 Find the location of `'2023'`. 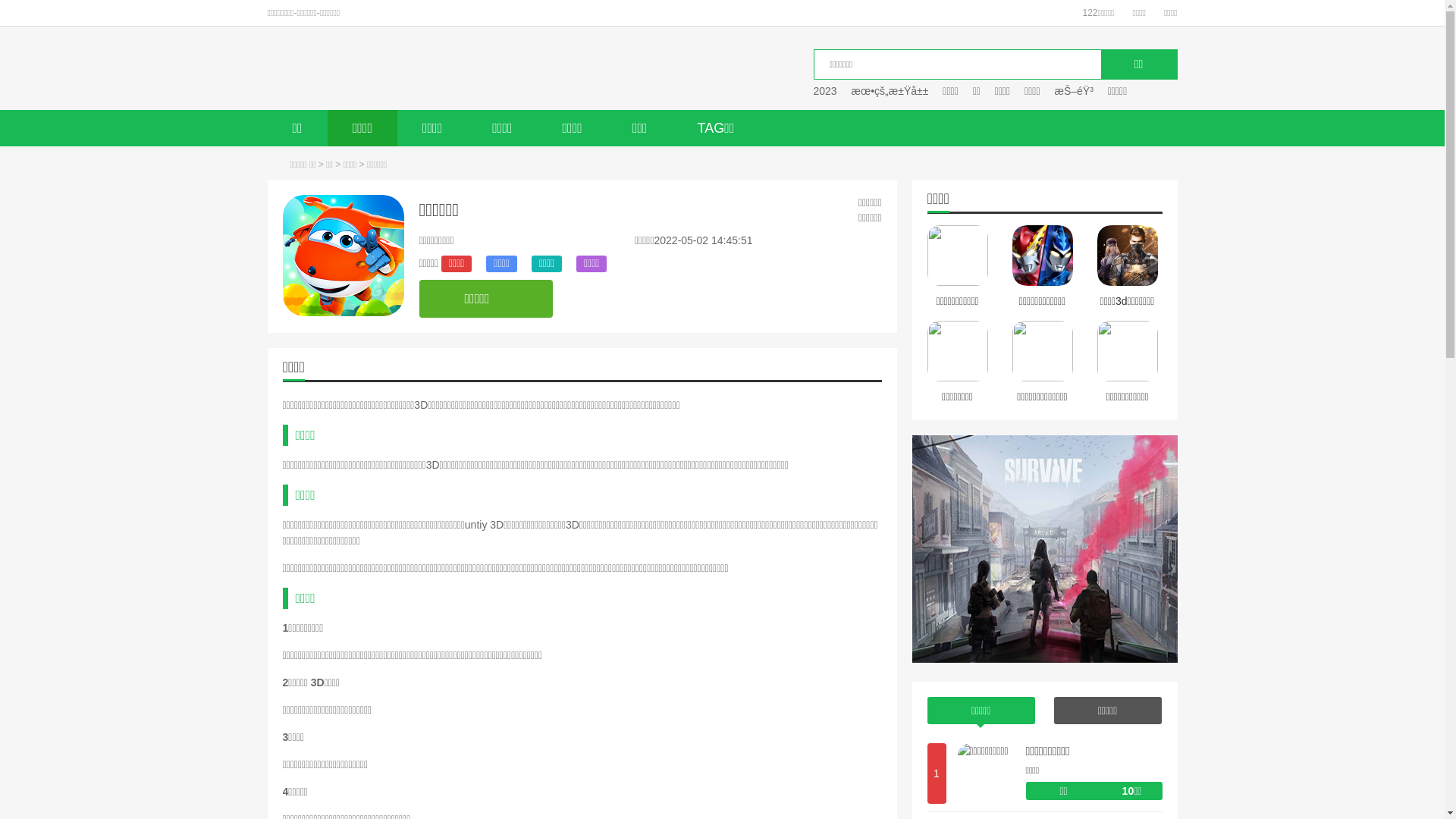

'2023' is located at coordinates (824, 90).